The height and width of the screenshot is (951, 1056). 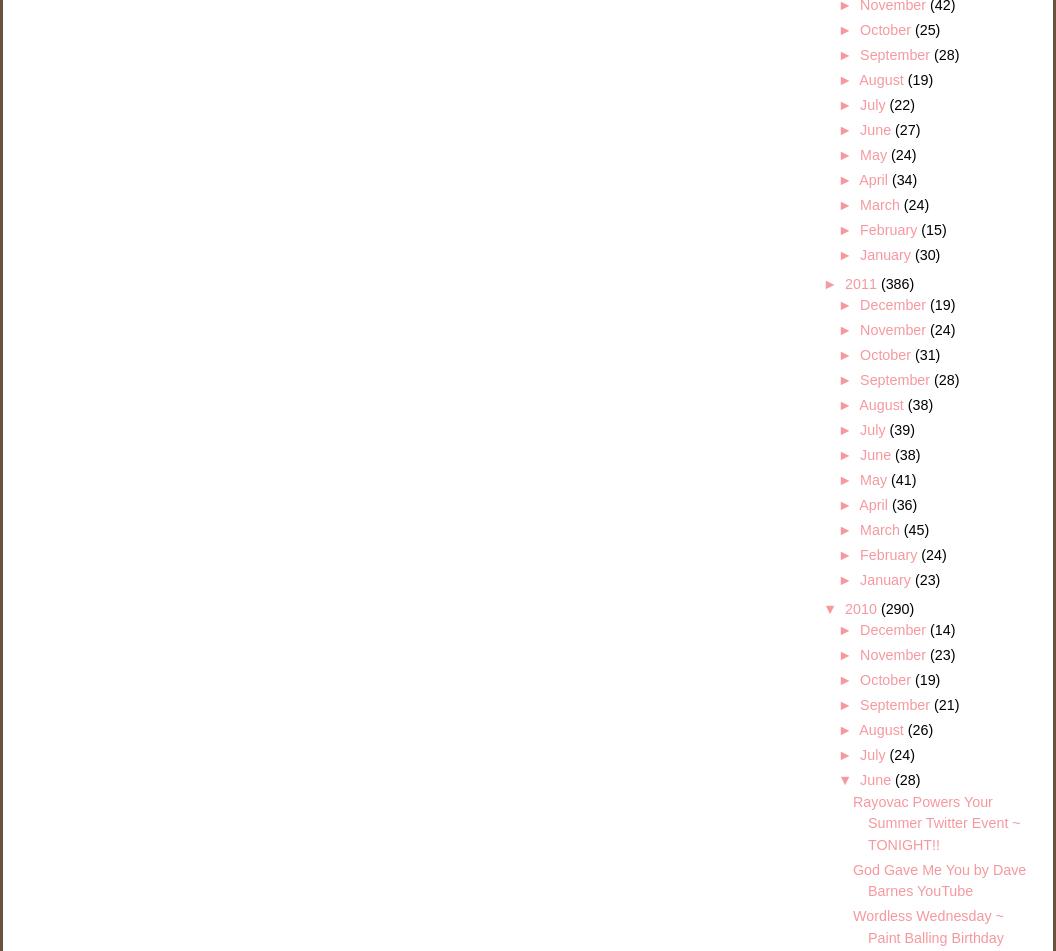 I want to click on '(290)', so click(x=878, y=606).